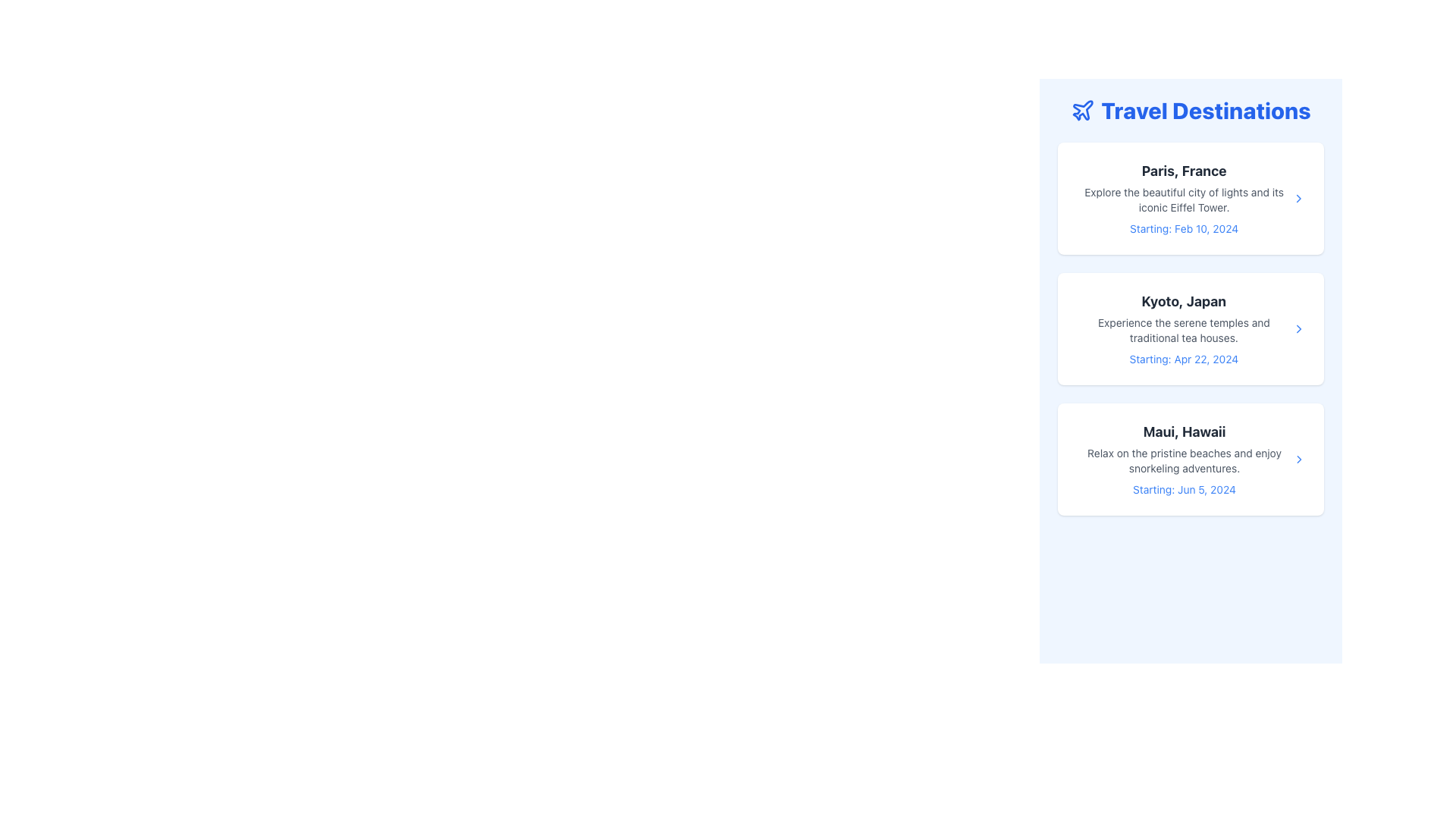 Image resolution: width=1456 pixels, height=819 pixels. Describe the element at coordinates (1298, 198) in the screenshot. I see `the Chevron Icon located to the right of the 'Paris, France' text` at that location.